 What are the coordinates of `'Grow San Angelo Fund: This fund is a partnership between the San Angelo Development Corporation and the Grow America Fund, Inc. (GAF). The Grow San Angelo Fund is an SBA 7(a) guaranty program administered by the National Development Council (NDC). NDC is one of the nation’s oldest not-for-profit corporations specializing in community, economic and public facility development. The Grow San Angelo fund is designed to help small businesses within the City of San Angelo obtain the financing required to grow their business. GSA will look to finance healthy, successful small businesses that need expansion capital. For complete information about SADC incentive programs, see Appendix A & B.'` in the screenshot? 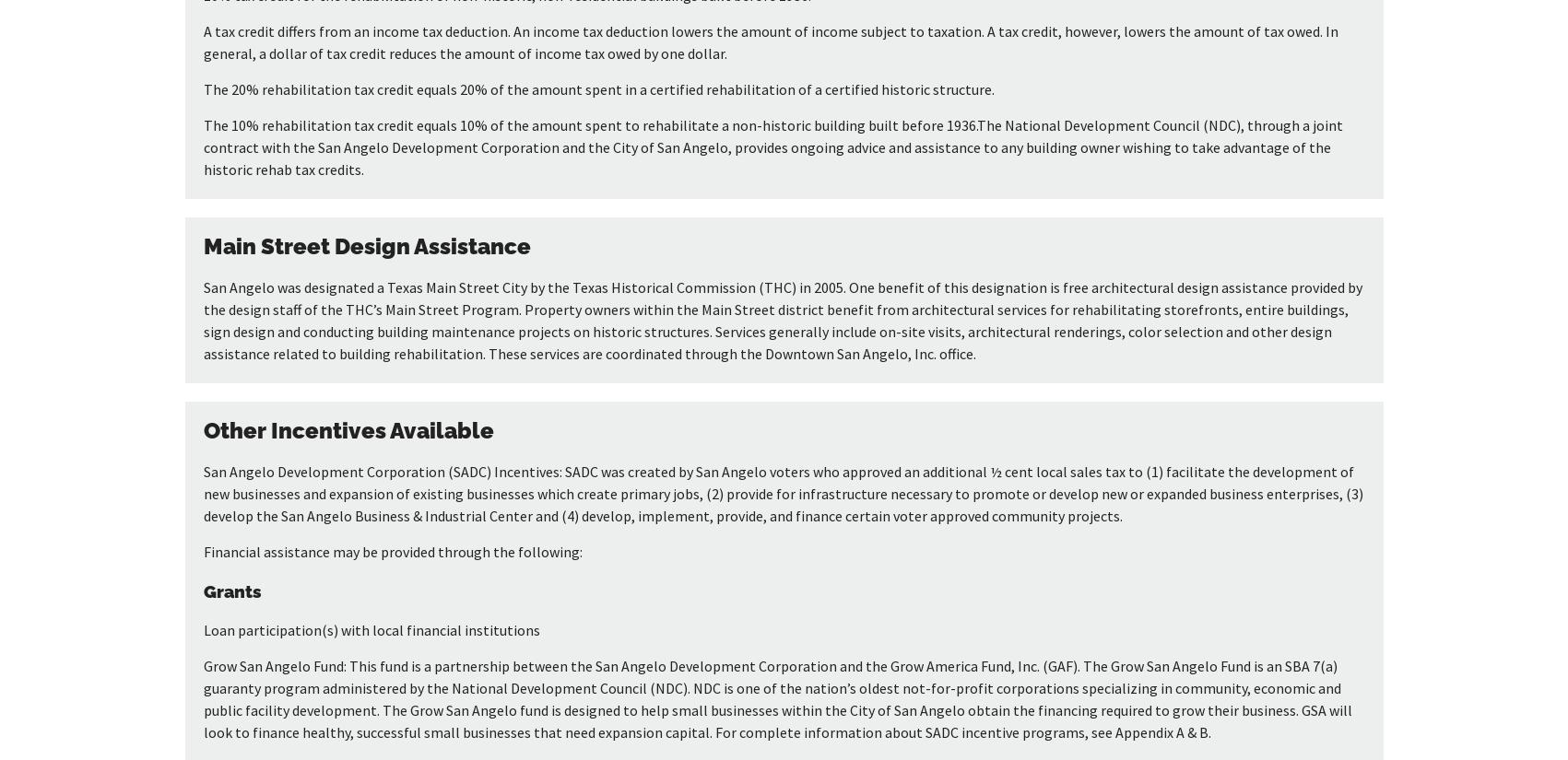 It's located at (201, 699).